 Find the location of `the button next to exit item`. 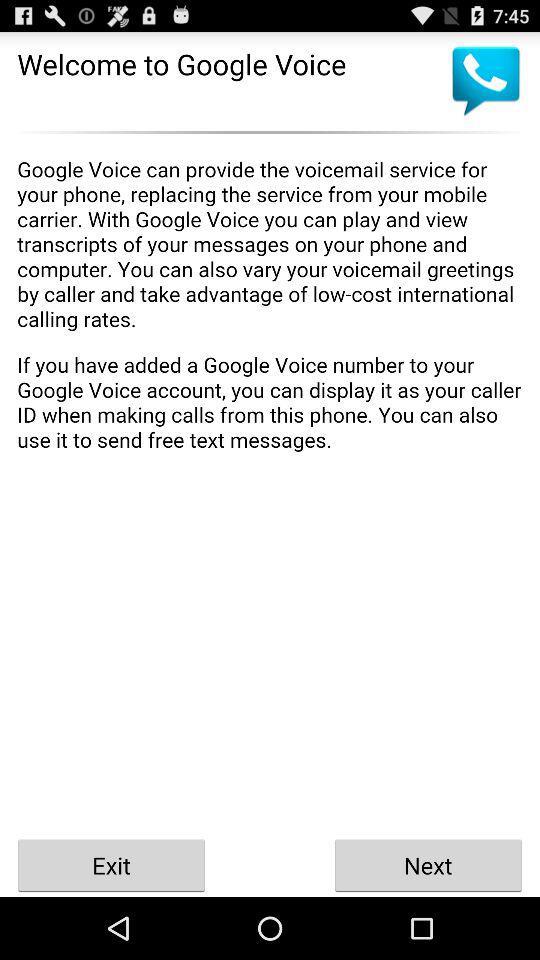

the button next to exit item is located at coordinates (427, 864).